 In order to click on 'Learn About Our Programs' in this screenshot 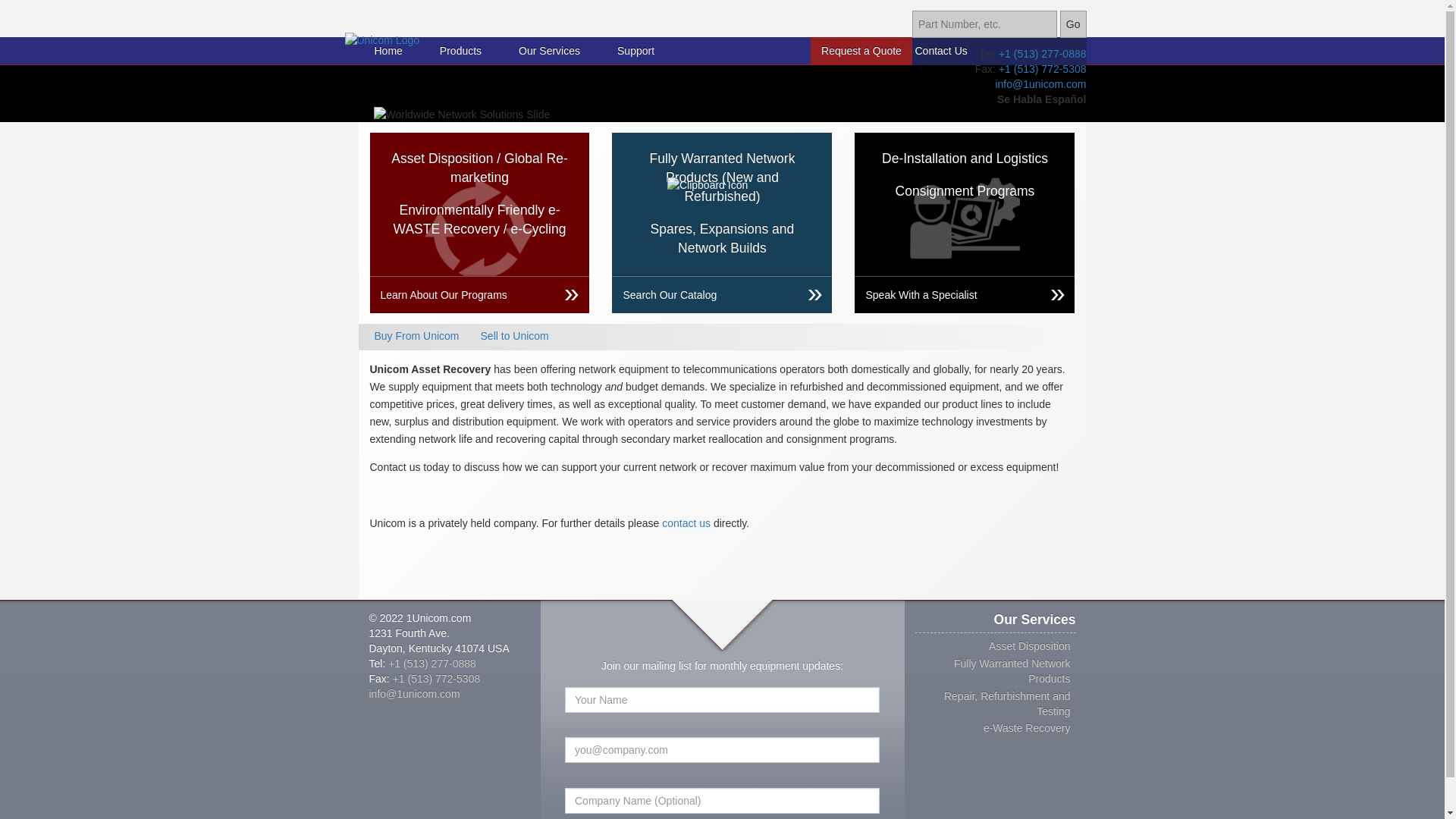, I will do `click(479, 294)`.